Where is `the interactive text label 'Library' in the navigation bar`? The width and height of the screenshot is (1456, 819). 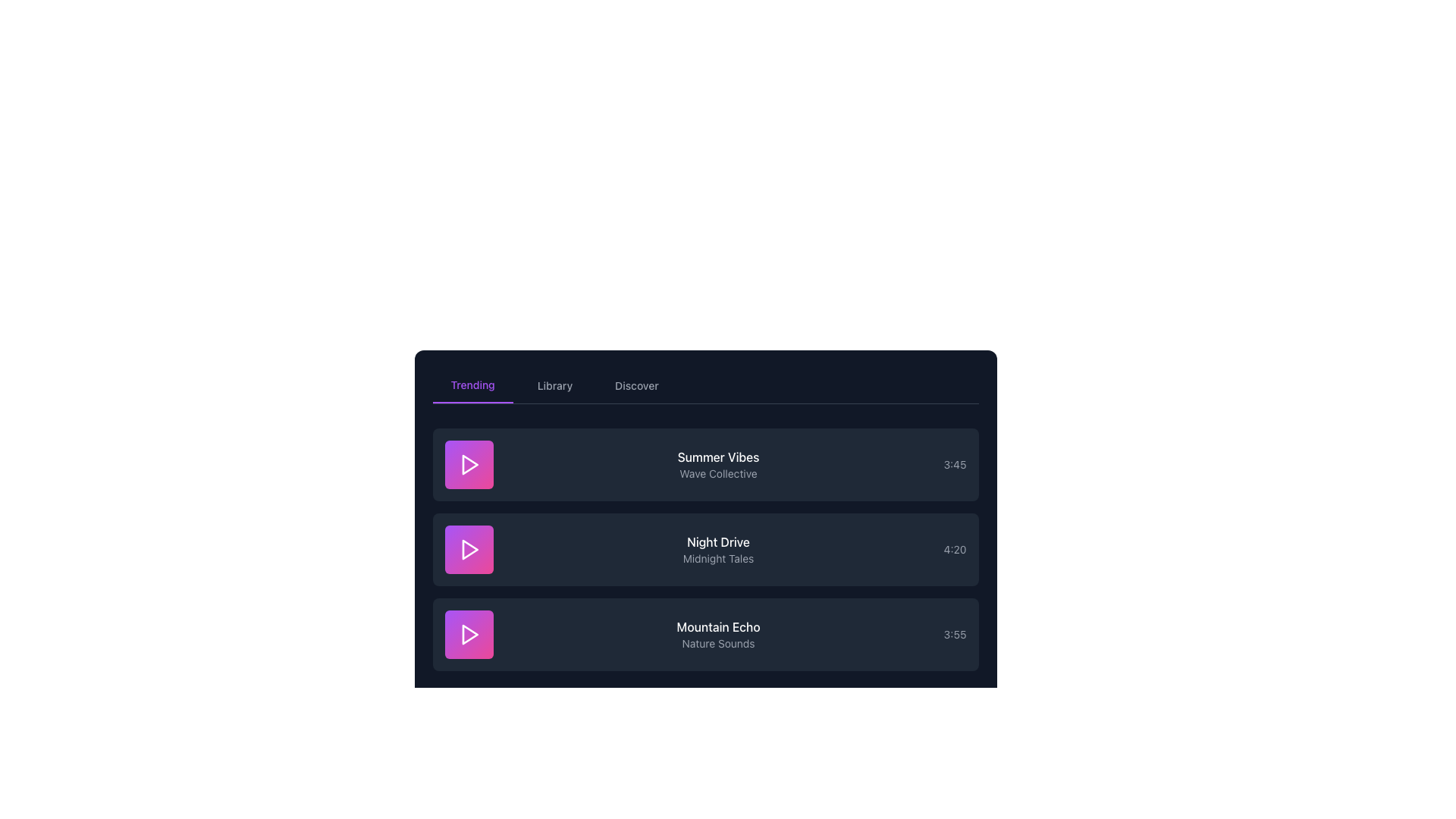
the interactive text label 'Library' in the navigation bar is located at coordinates (554, 385).